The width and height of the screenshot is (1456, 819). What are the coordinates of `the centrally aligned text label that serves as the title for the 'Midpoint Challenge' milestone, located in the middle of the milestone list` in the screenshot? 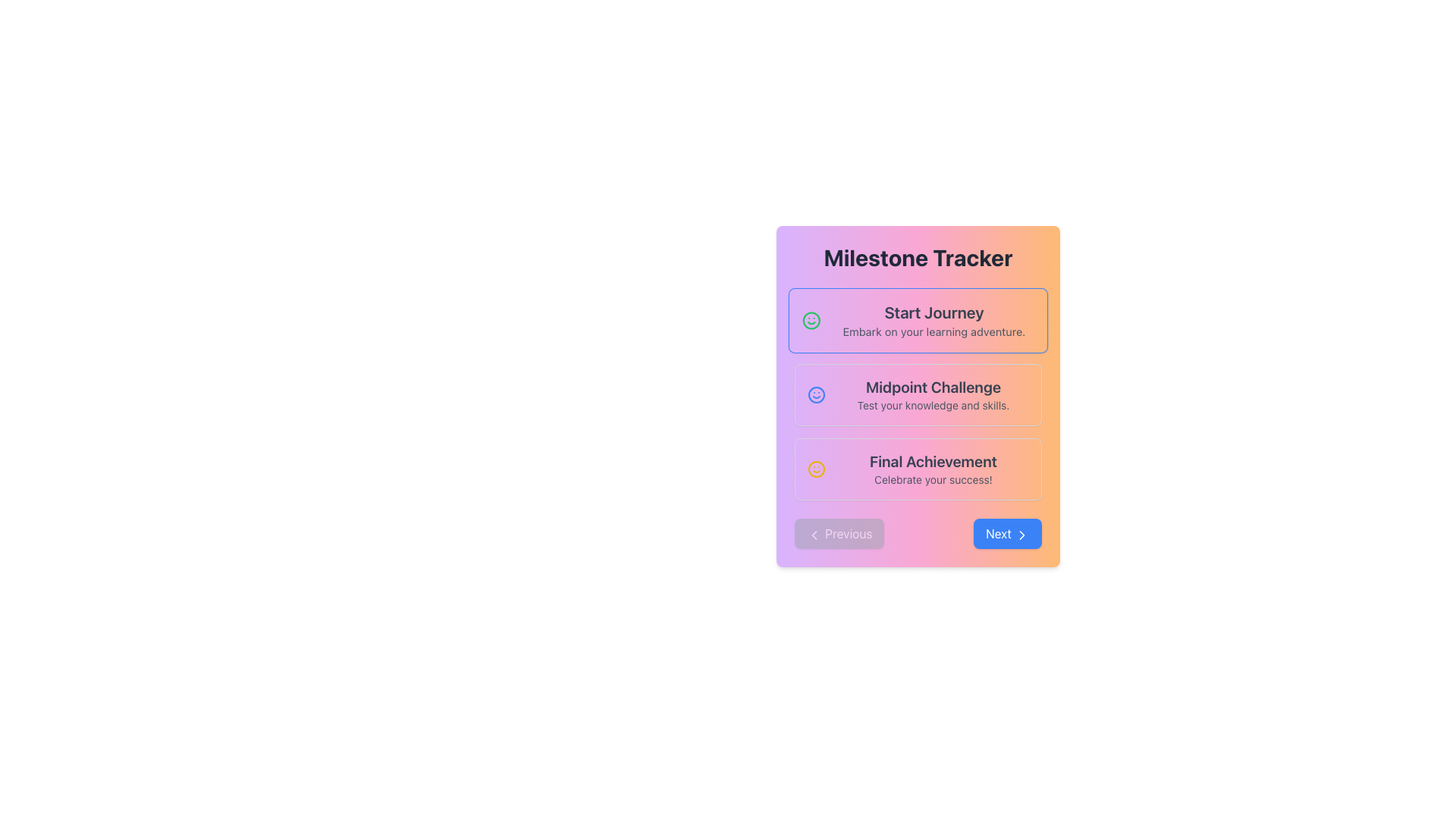 It's located at (932, 386).